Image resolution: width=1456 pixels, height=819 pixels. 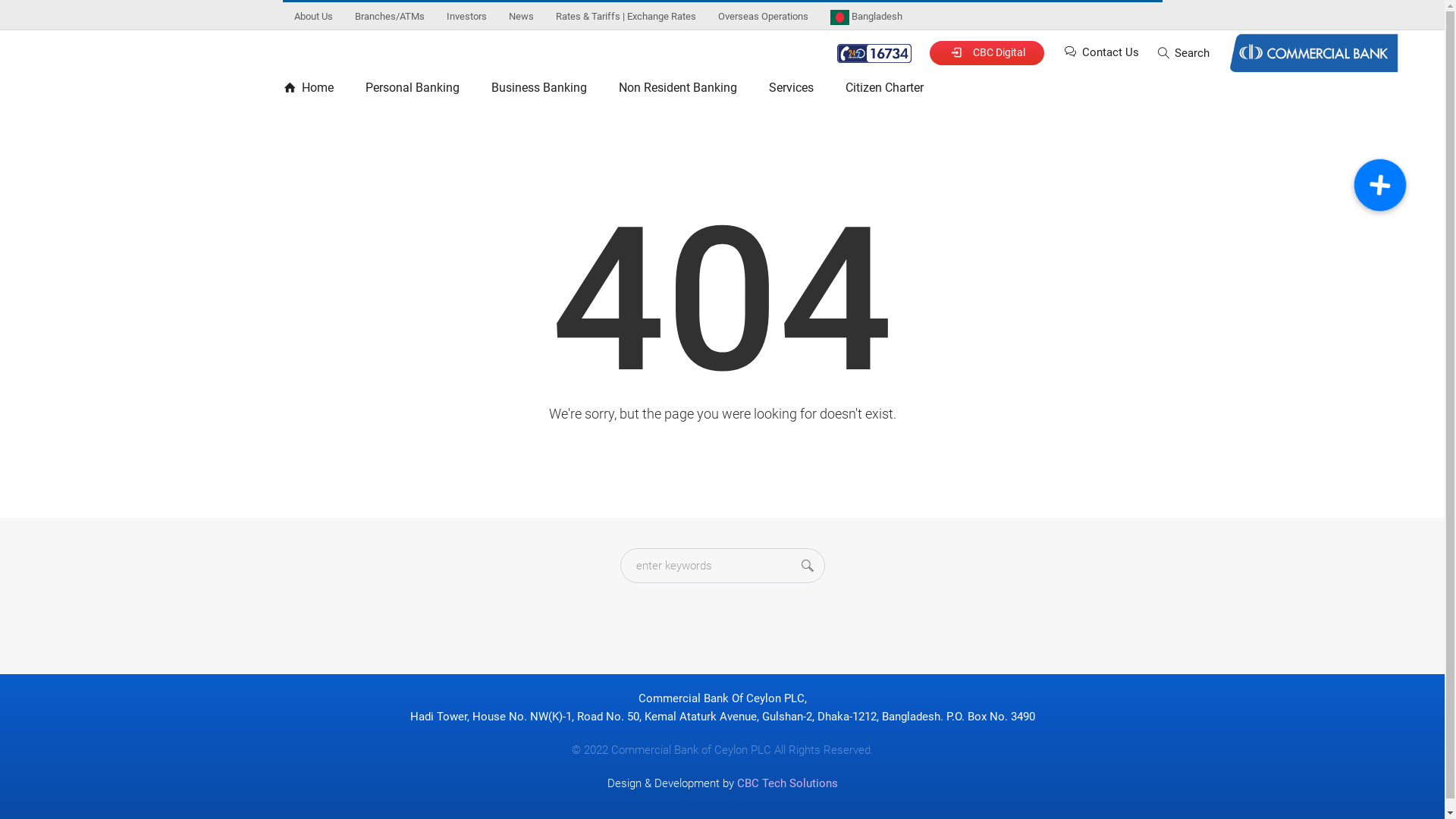 I want to click on 'Citizen Charter', so click(x=884, y=90).